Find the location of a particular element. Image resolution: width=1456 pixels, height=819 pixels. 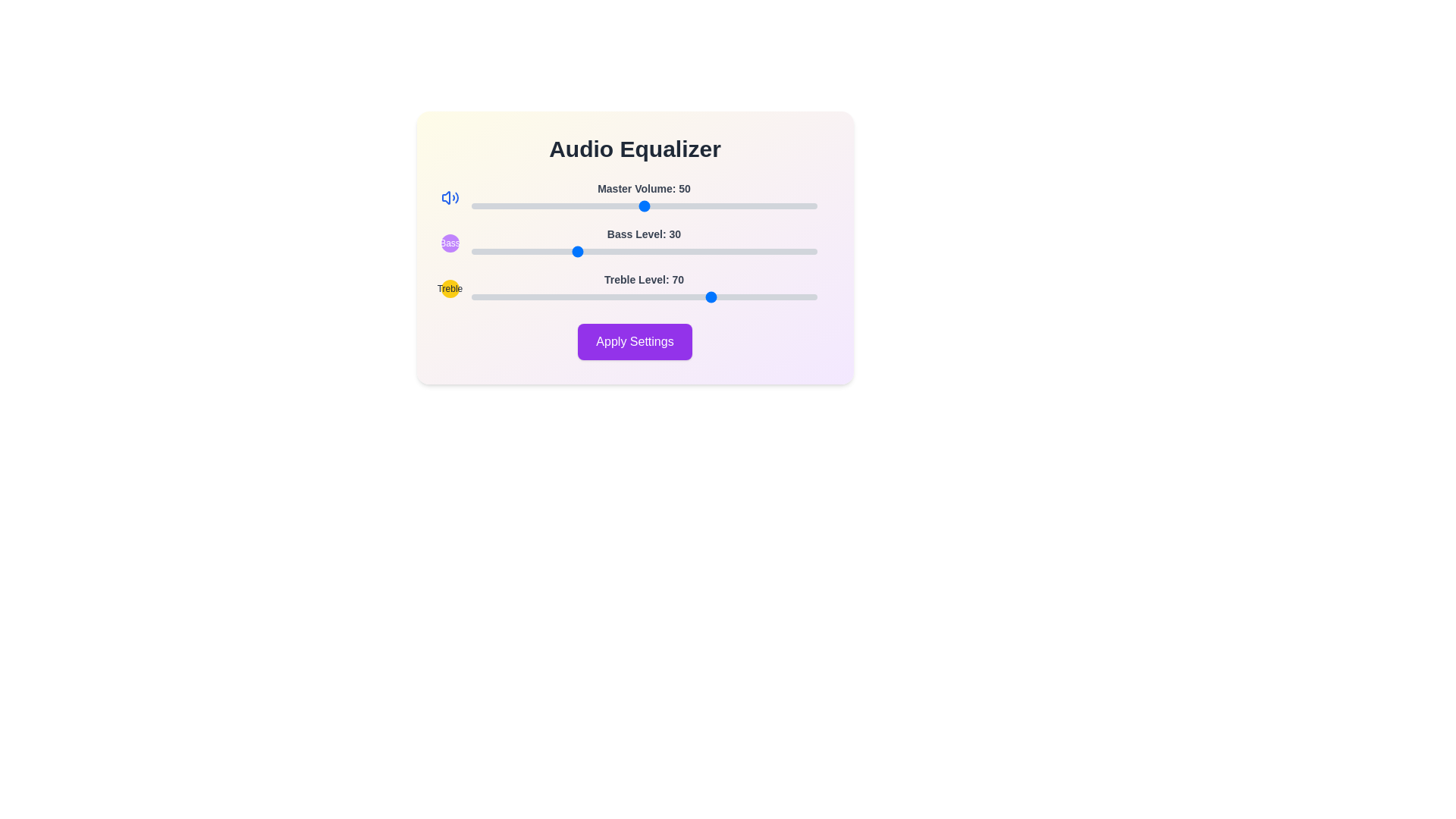

and drag the 'Bass Level: 30' range slider in the audio equalizer interface to adjust the bass level is located at coordinates (635, 242).